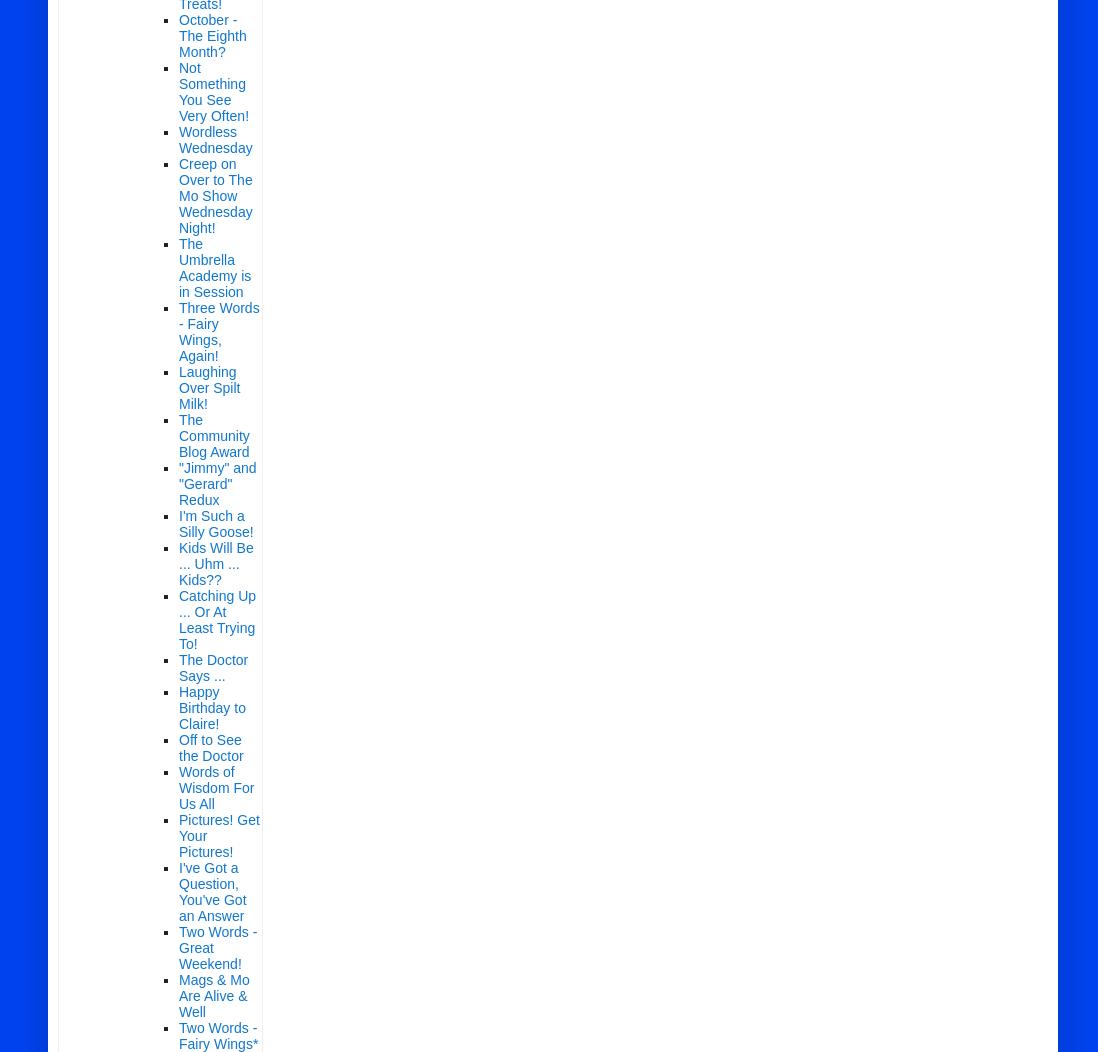 Image resolution: width=1098 pixels, height=1052 pixels. Describe the element at coordinates (218, 331) in the screenshot. I see `'Three Words - Fairy Wings, Again!'` at that location.